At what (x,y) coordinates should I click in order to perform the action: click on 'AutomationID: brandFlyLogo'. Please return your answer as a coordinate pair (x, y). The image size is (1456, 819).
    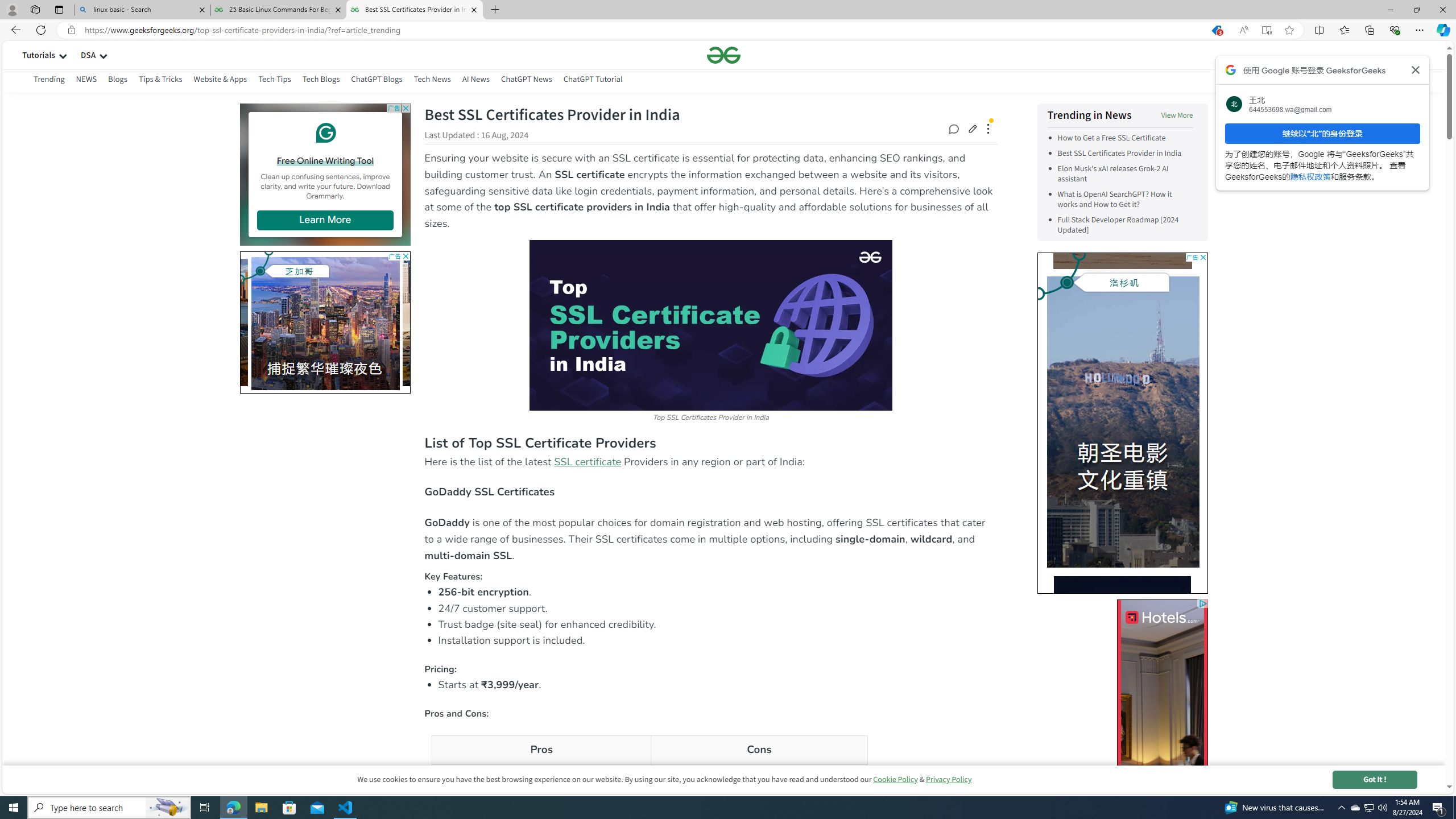
    Looking at the image, I should click on (1186, 275).